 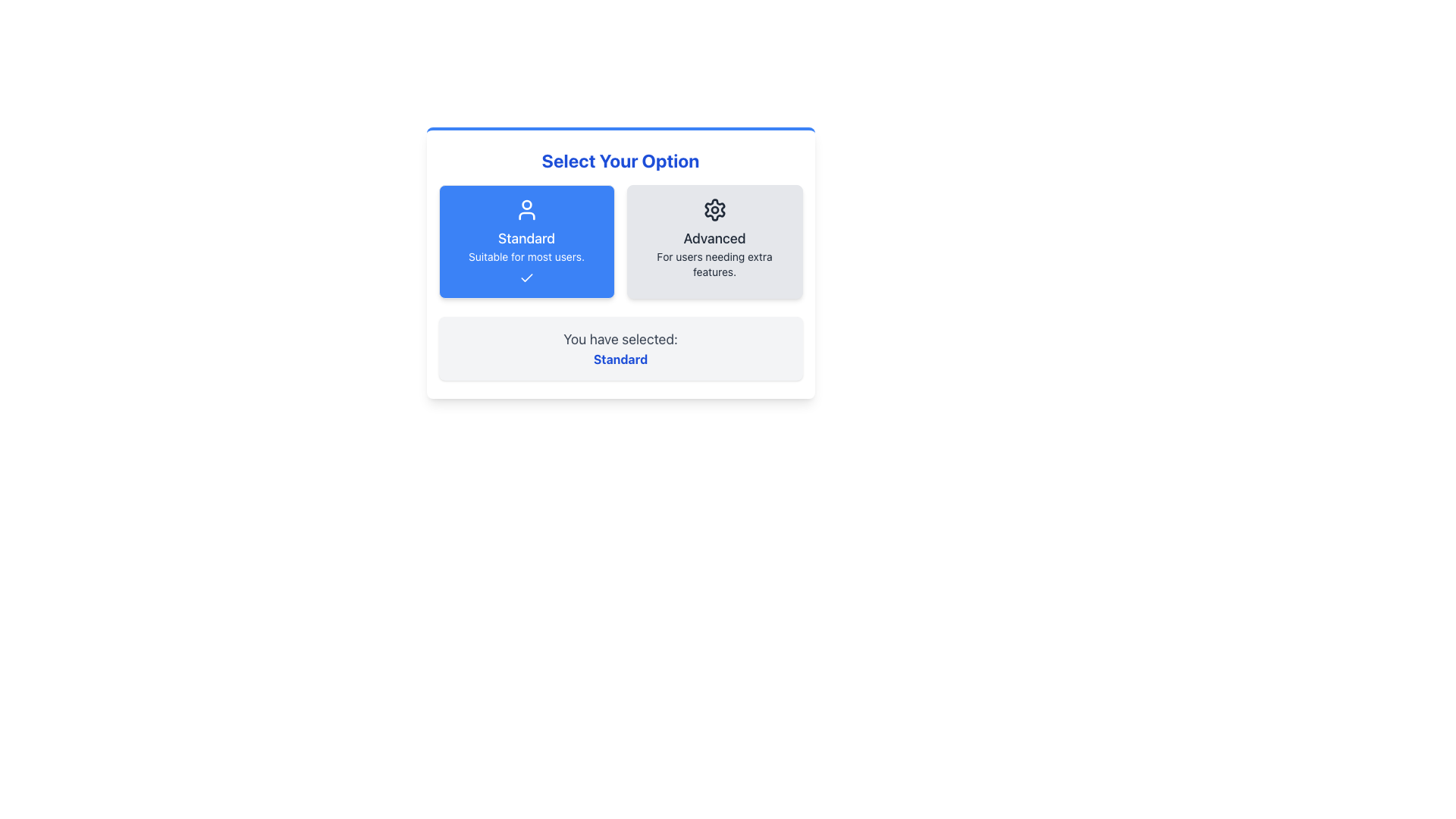 I want to click on the informational text label located within the left card labeled 'Standard', which provides descriptive information about the 'Standard' option. This text is positioned directly below the bold 'Standard' text and above a checkmark icon, so click(x=526, y=256).